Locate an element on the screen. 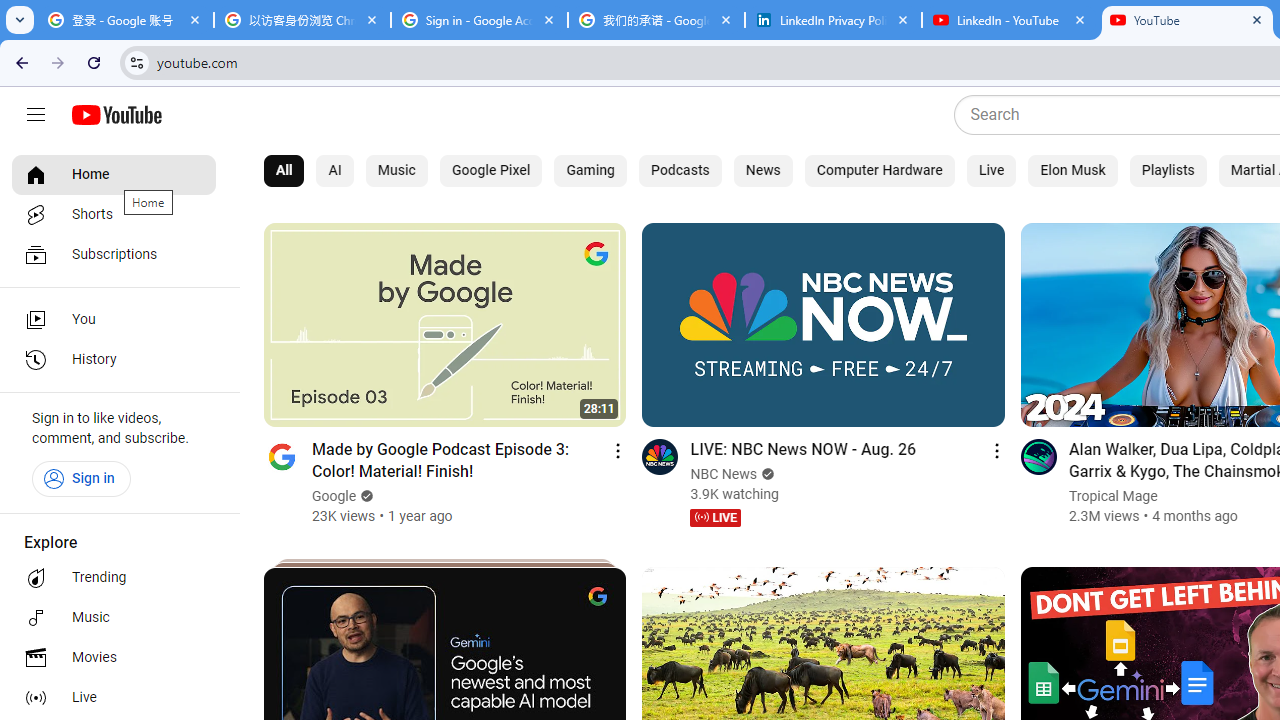 The height and width of the screenshot is (720, 1280). 'Google Pixel' is located at coordinates (490, 170).